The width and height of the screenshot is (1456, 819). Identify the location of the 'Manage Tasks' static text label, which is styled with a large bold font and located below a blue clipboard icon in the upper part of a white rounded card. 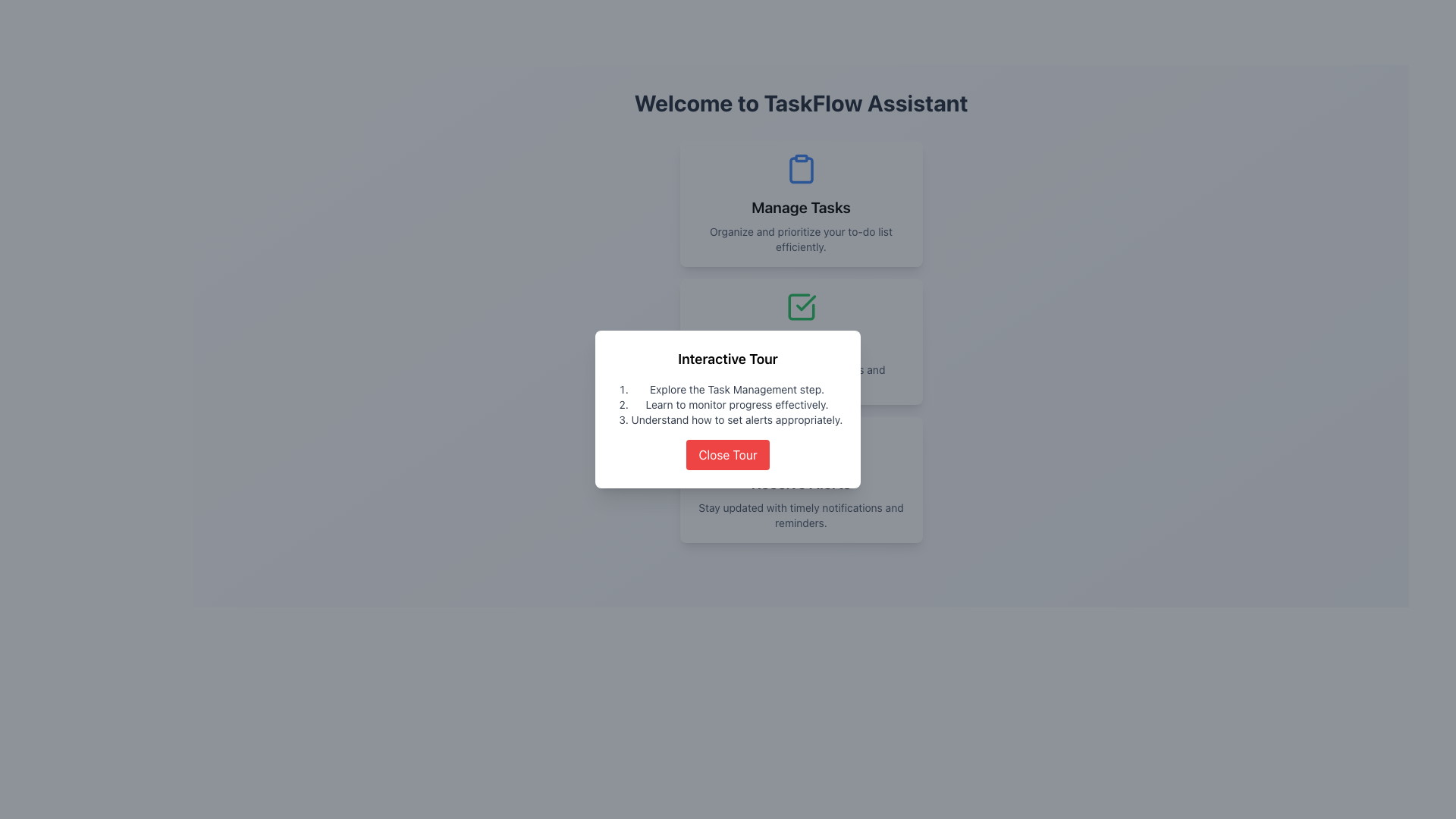
(800, 207).